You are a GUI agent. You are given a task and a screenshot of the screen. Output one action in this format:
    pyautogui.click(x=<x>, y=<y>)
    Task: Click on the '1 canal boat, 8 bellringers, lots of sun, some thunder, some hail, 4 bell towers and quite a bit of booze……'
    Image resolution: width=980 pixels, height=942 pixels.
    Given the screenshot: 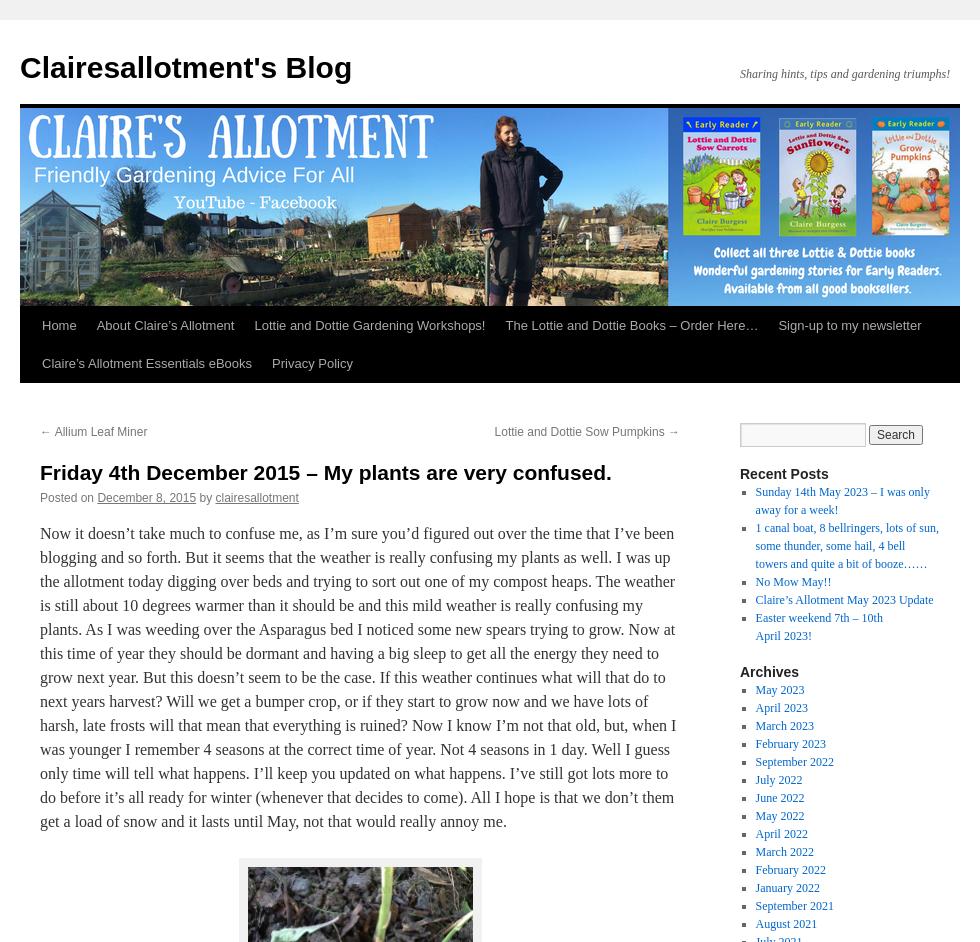 What is the action you would take?
    pyautogui.click(x=846, y=544)
    